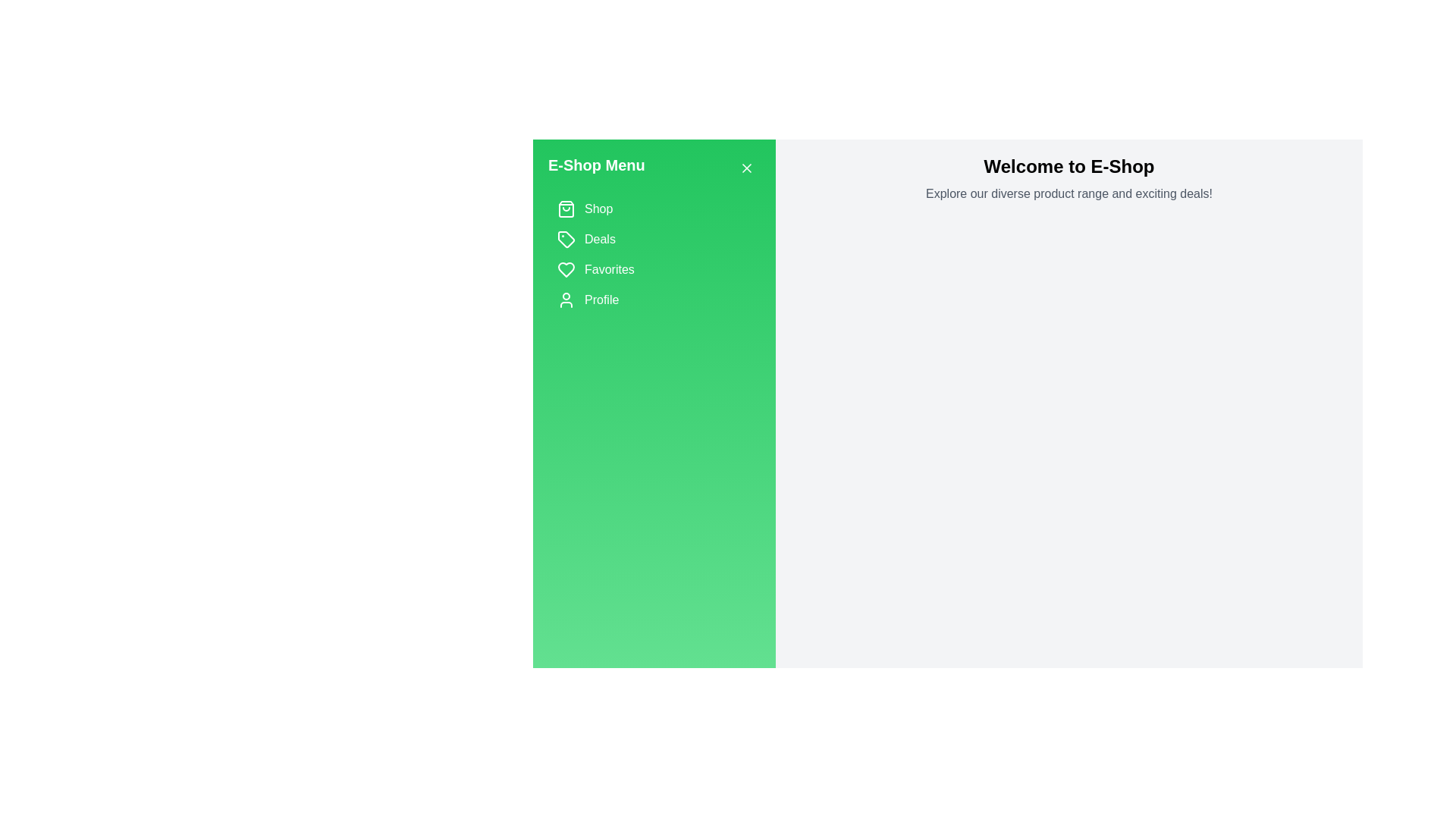  What do you see at coordinates (654, 239) in the screenshot?
I see `the category Deals from the list` at bounding box center [654, 239].